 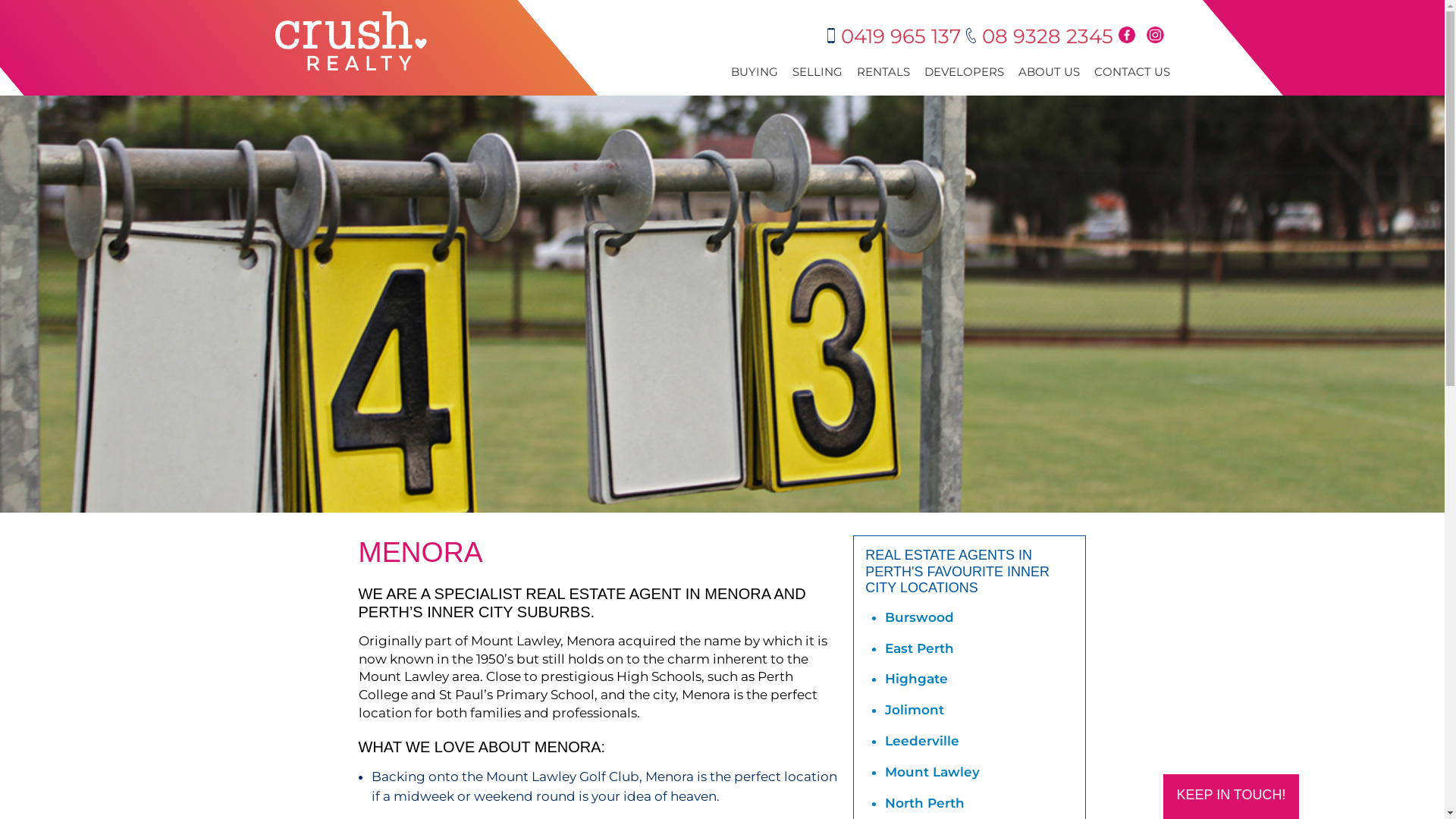 What do you see at coordinates (815, 73) in the screenshot?
I see `'SELLING'` at bounding box center [815, 73].